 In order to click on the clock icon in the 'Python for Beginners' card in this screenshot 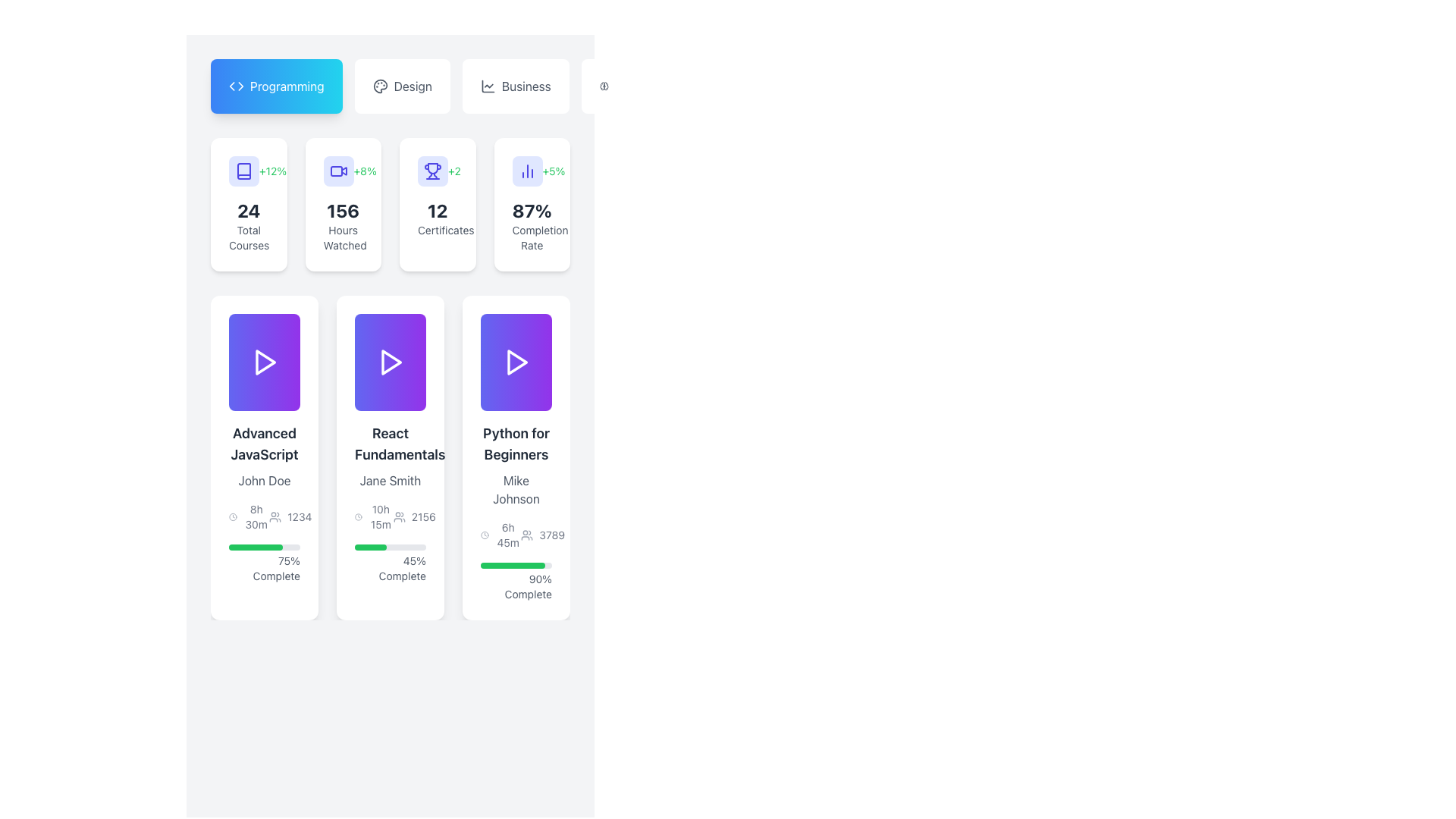, I will do `click(516, 534)`.